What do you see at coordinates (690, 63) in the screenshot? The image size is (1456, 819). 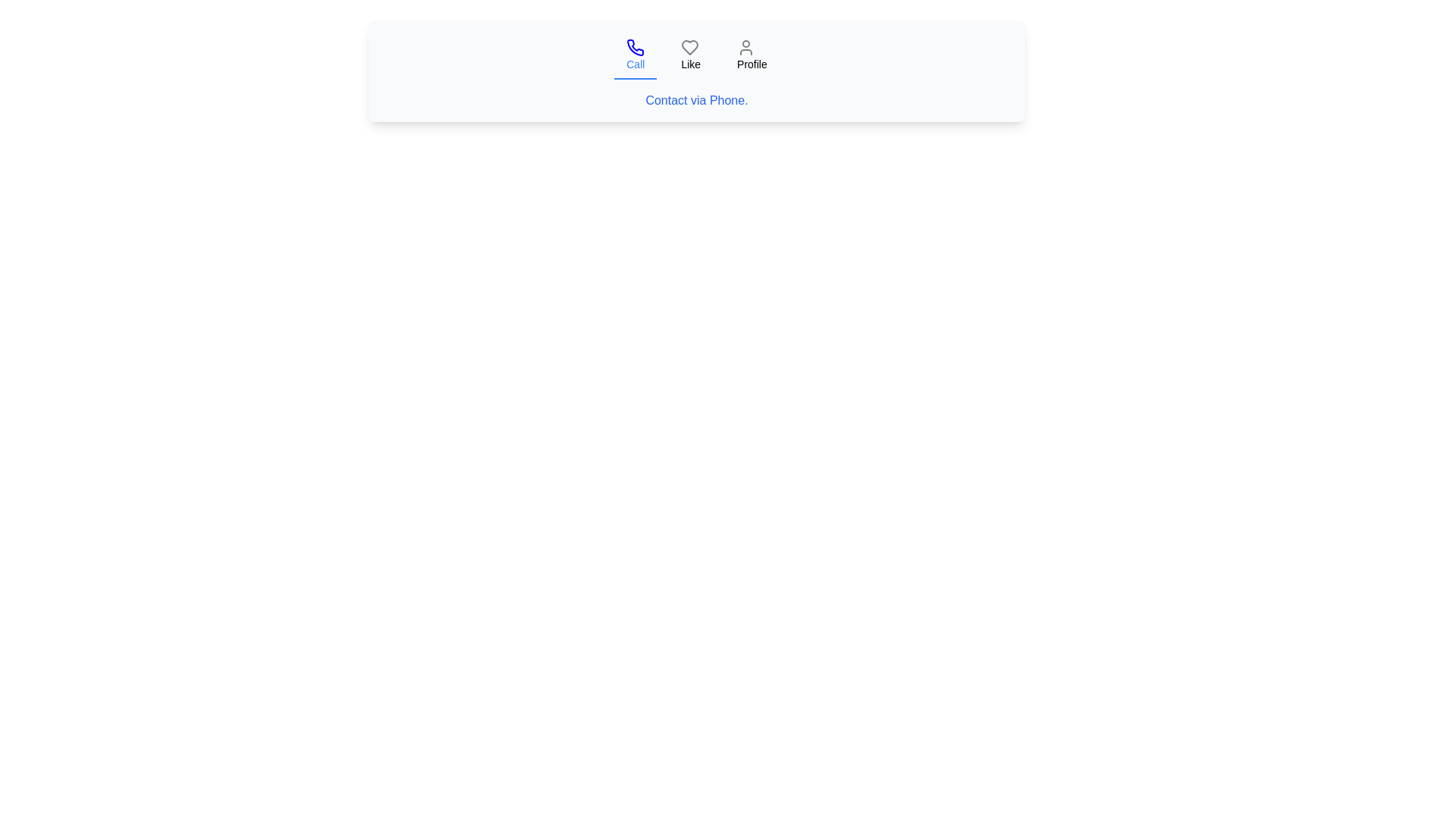 I see `the 'Like' label which is styled with a medium font weight and is positioned below the heart icon in the central button group` at bounding box center [690, 63].